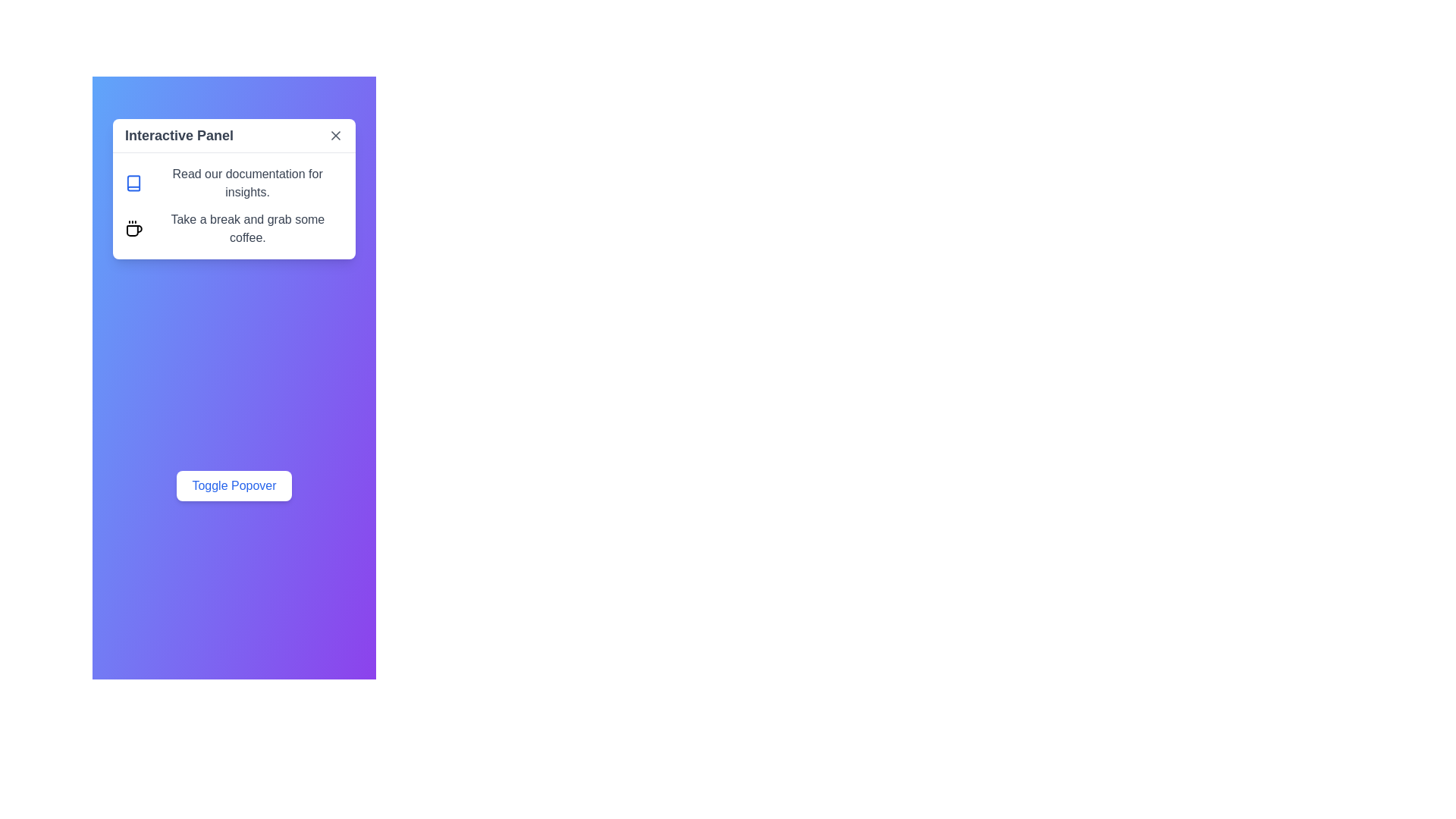 The height and width of the screenshot is (819, 1456). Describe the element at coordinates (334, 134) in the screenshot. I see `the close icon located at the top-right corner of the 'Interactive Panel'` at that location.